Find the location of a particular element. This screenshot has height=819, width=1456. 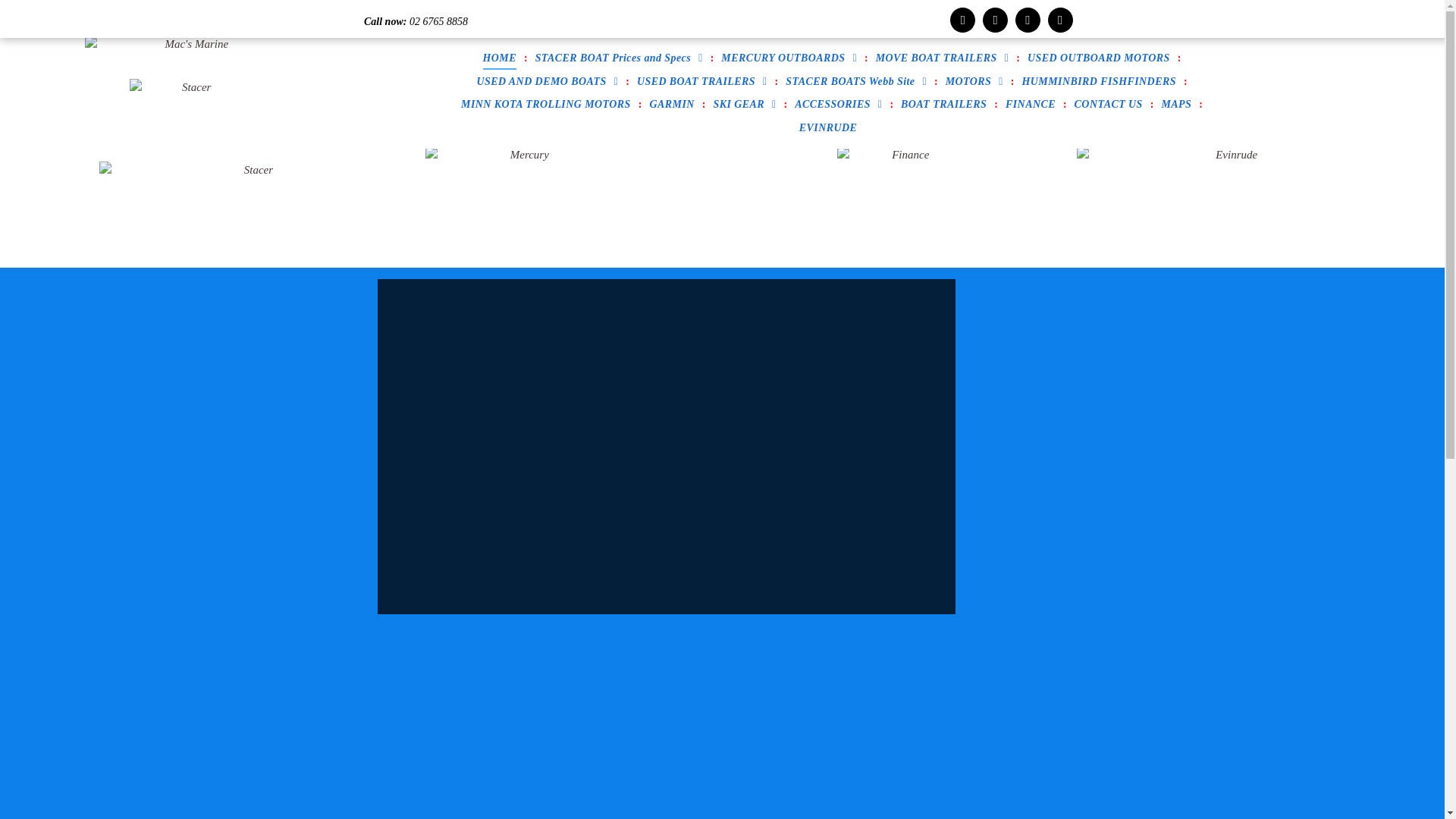

'GARMIN' is located at coordinates (670, 104).